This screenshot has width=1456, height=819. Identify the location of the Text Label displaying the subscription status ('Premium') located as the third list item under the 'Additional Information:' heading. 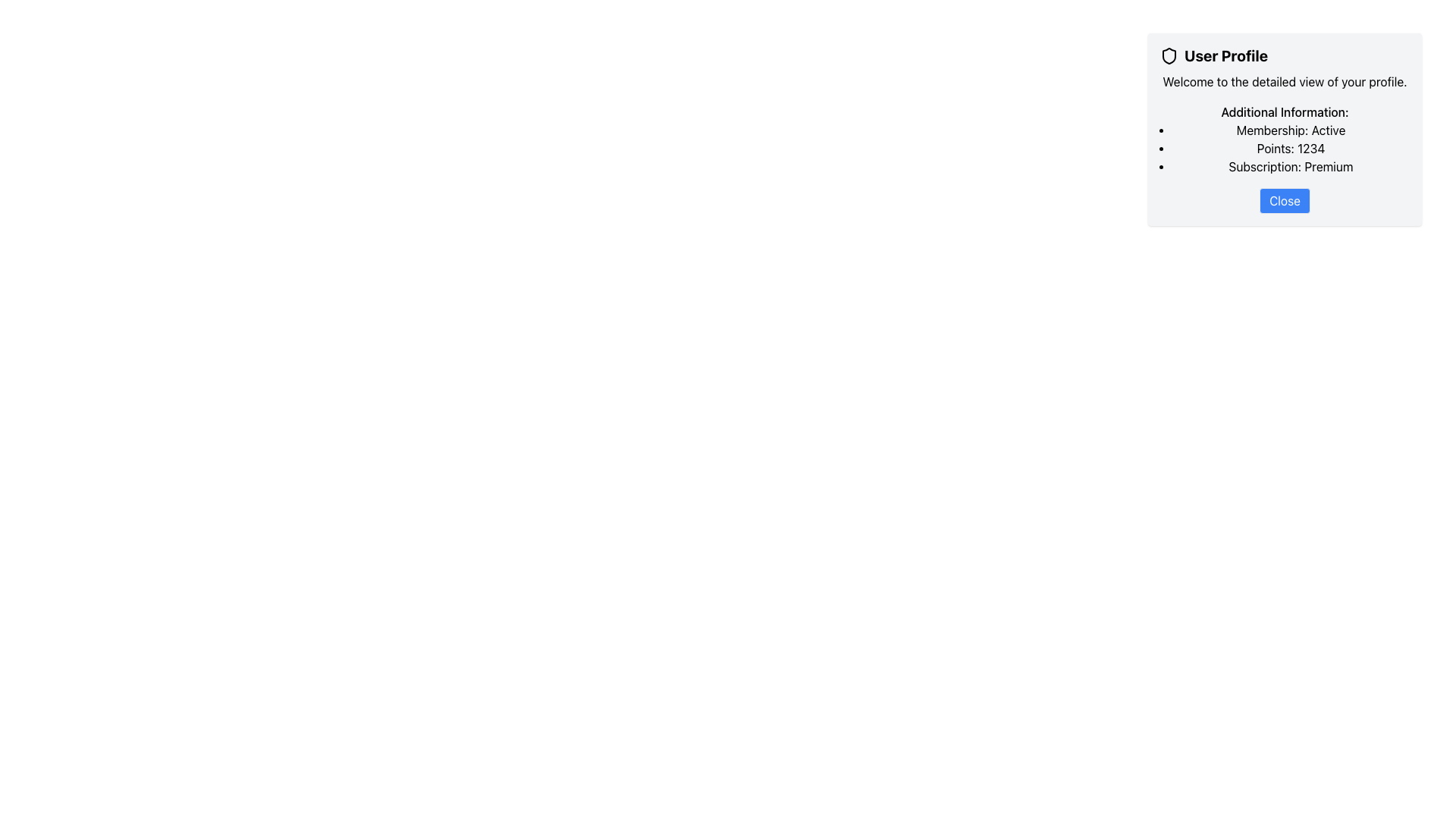
(1290, 166).